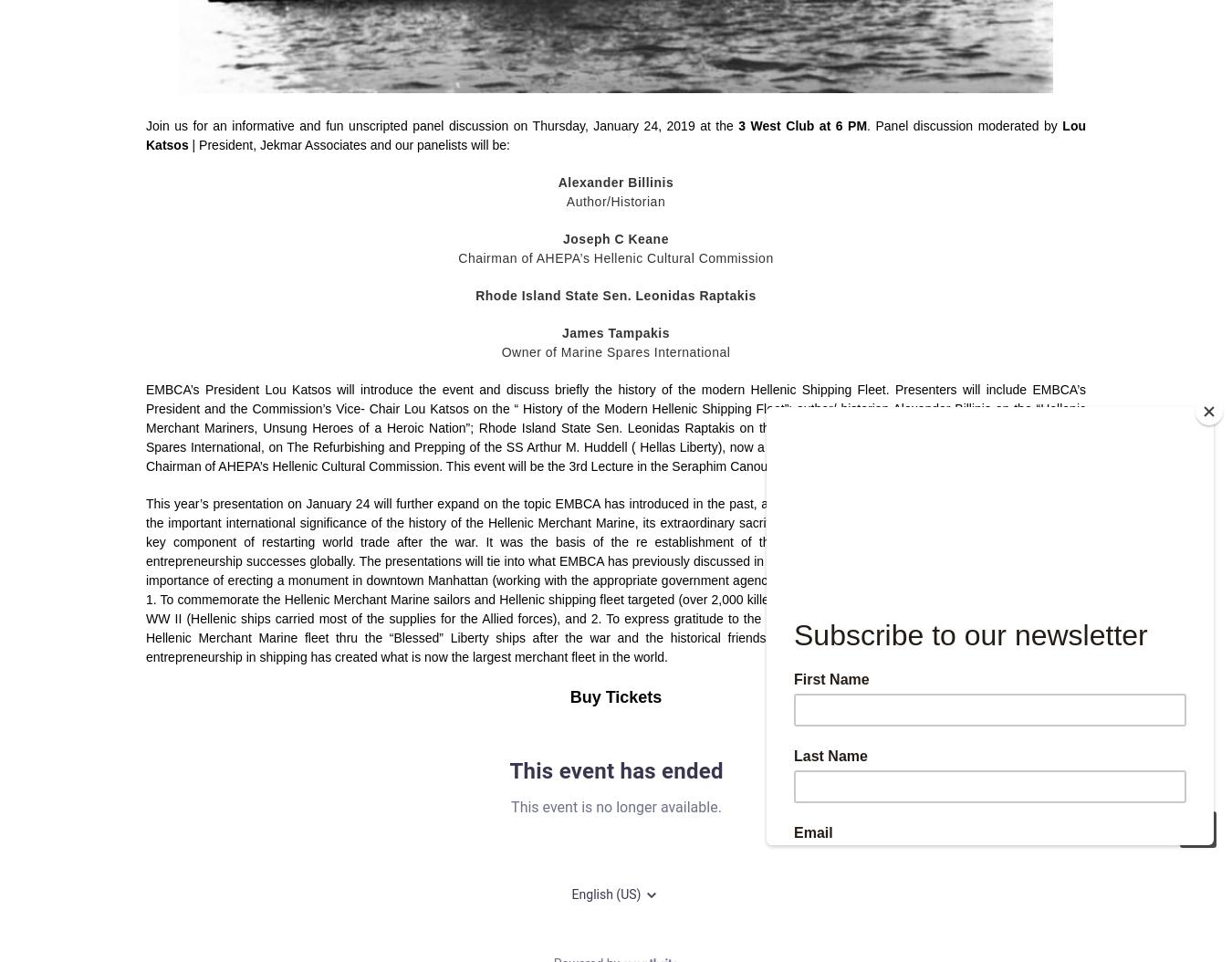 The image size is (1232, 962). Describe the element at coordinates (615, 350) in the screenshot. I see `'Owner of Marine Spares International'` at that location.